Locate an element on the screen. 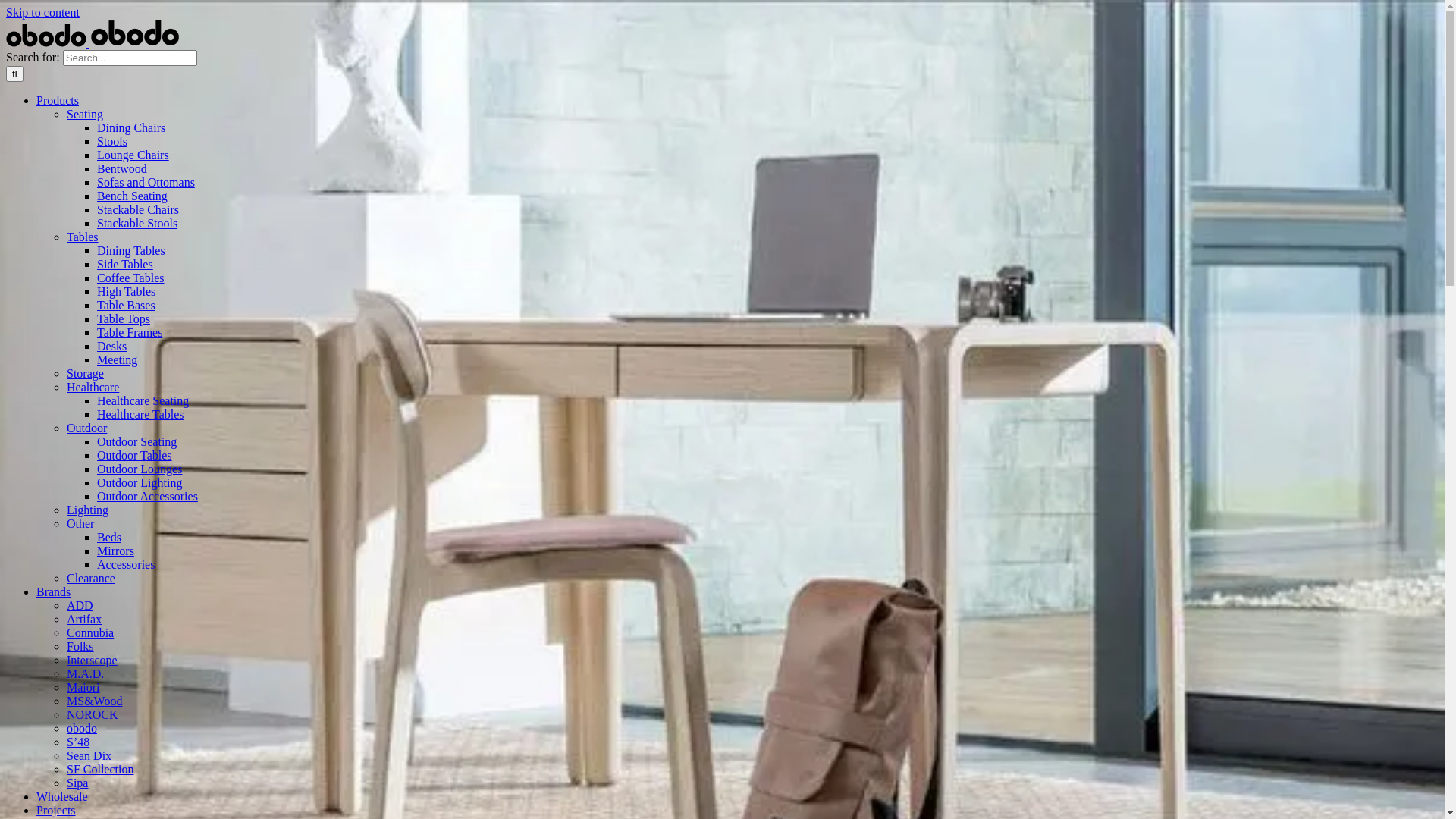 This screenshot has width=1456, height=819. 'ADD' is located at coordinates (79, 604).